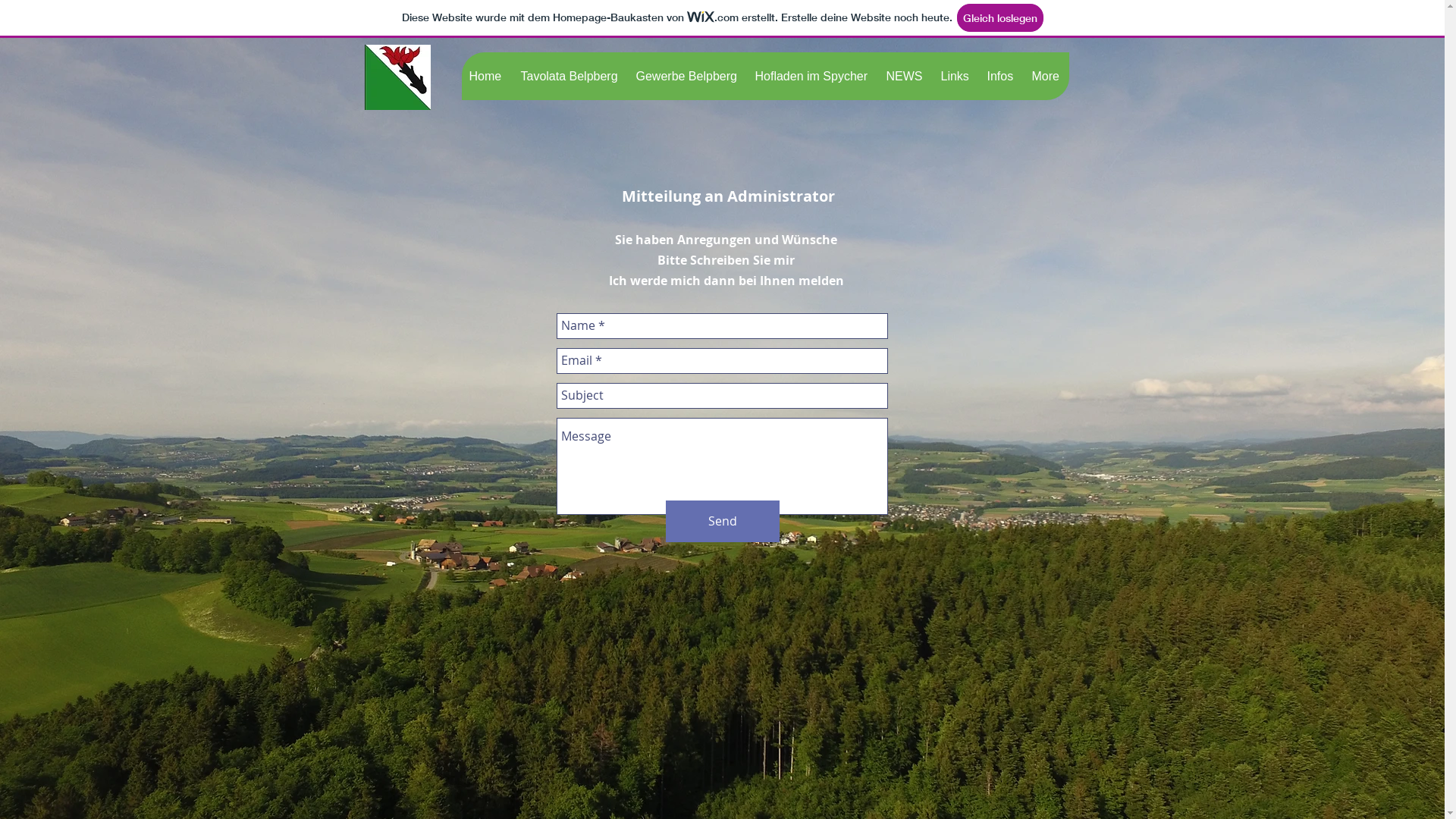 The height and width of the screenshot is (819, 1456). Describe the element at coordinates (722, 520) in the screenshot. I see `'Send'` at that location.